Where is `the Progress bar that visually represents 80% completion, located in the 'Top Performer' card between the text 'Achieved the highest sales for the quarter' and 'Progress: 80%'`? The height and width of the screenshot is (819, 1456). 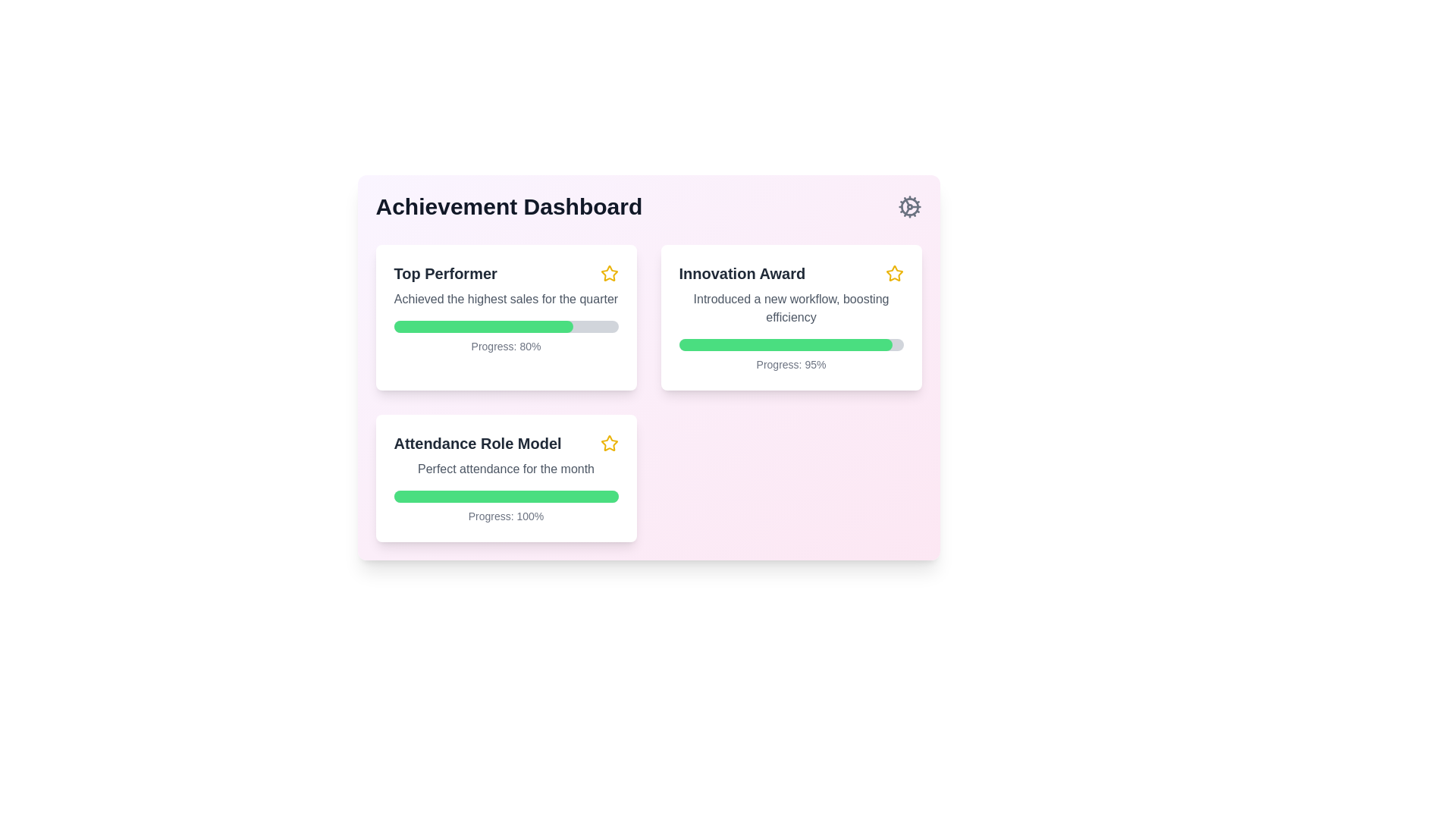 the Progress bar that visually represents 80% completion, located in the 'Top Performer' card between the text 'Achieved the highest sales for the quarter' and 'Progress: 80%' is located at coordinates (506, 326).